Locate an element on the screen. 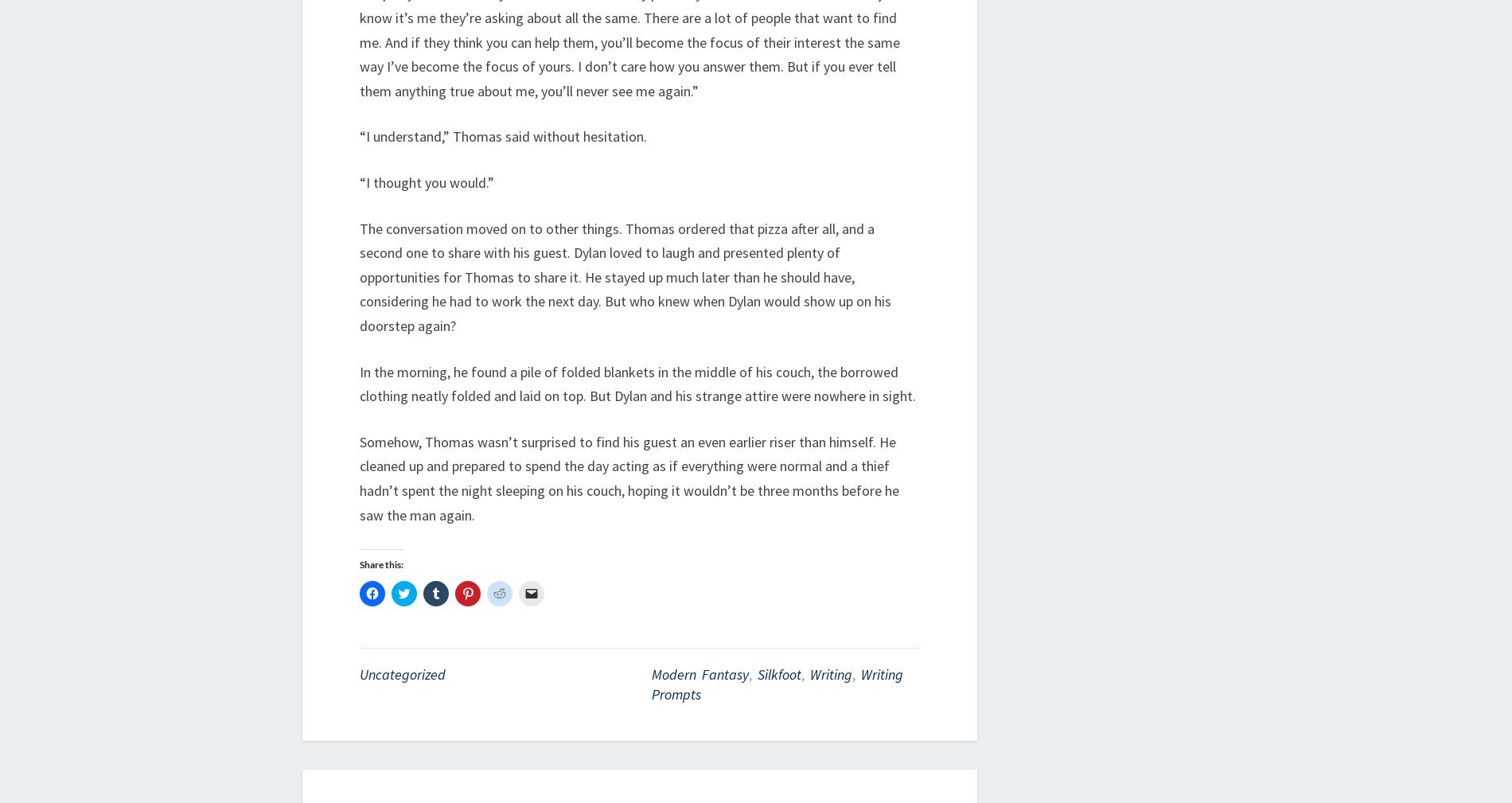 The width and height of the screenshot is (1512, 803). 'writing' is located at coordinates (809, 673).